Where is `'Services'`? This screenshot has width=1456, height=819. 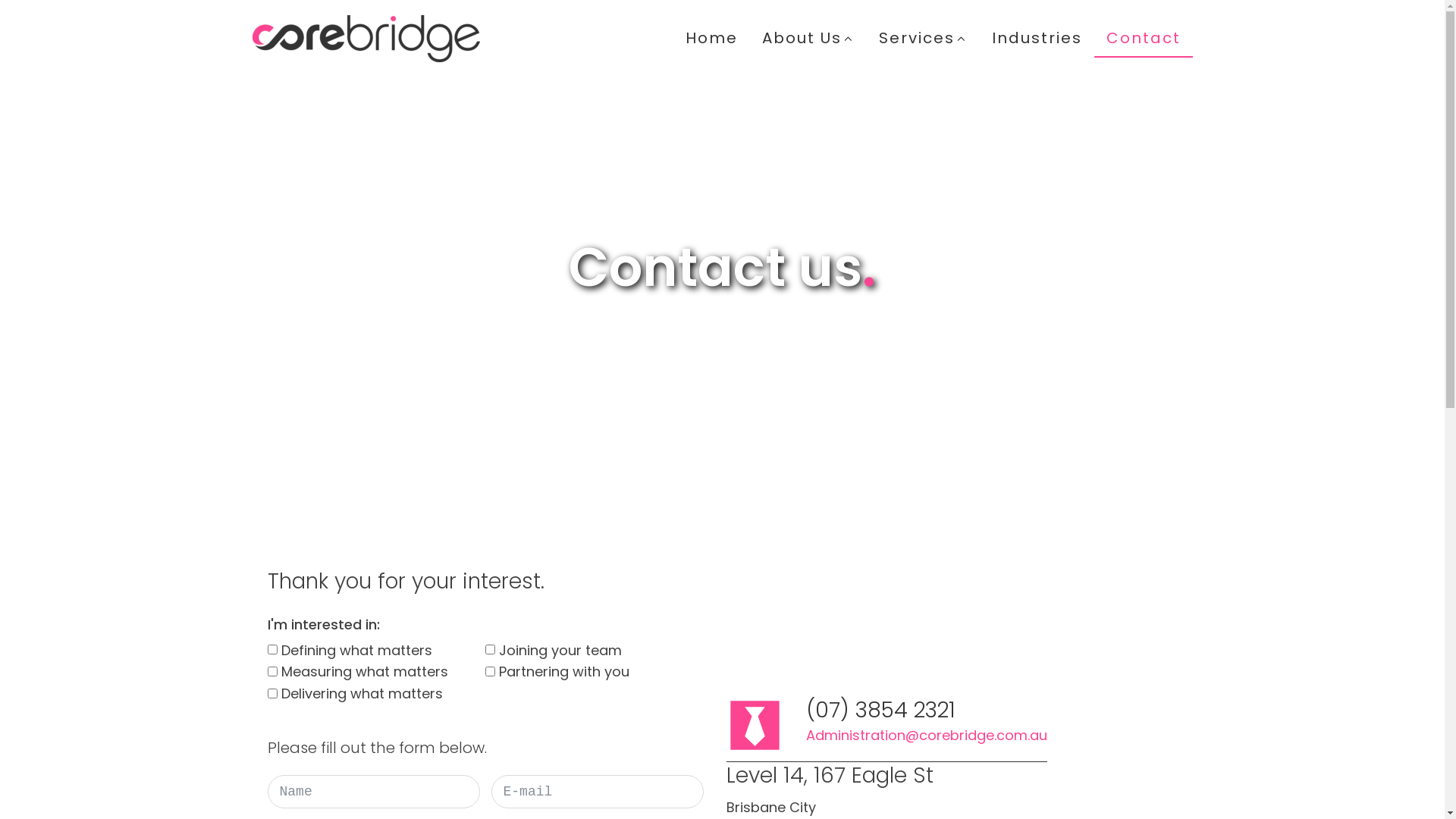
'Services' is located at coordinates (922, 37).